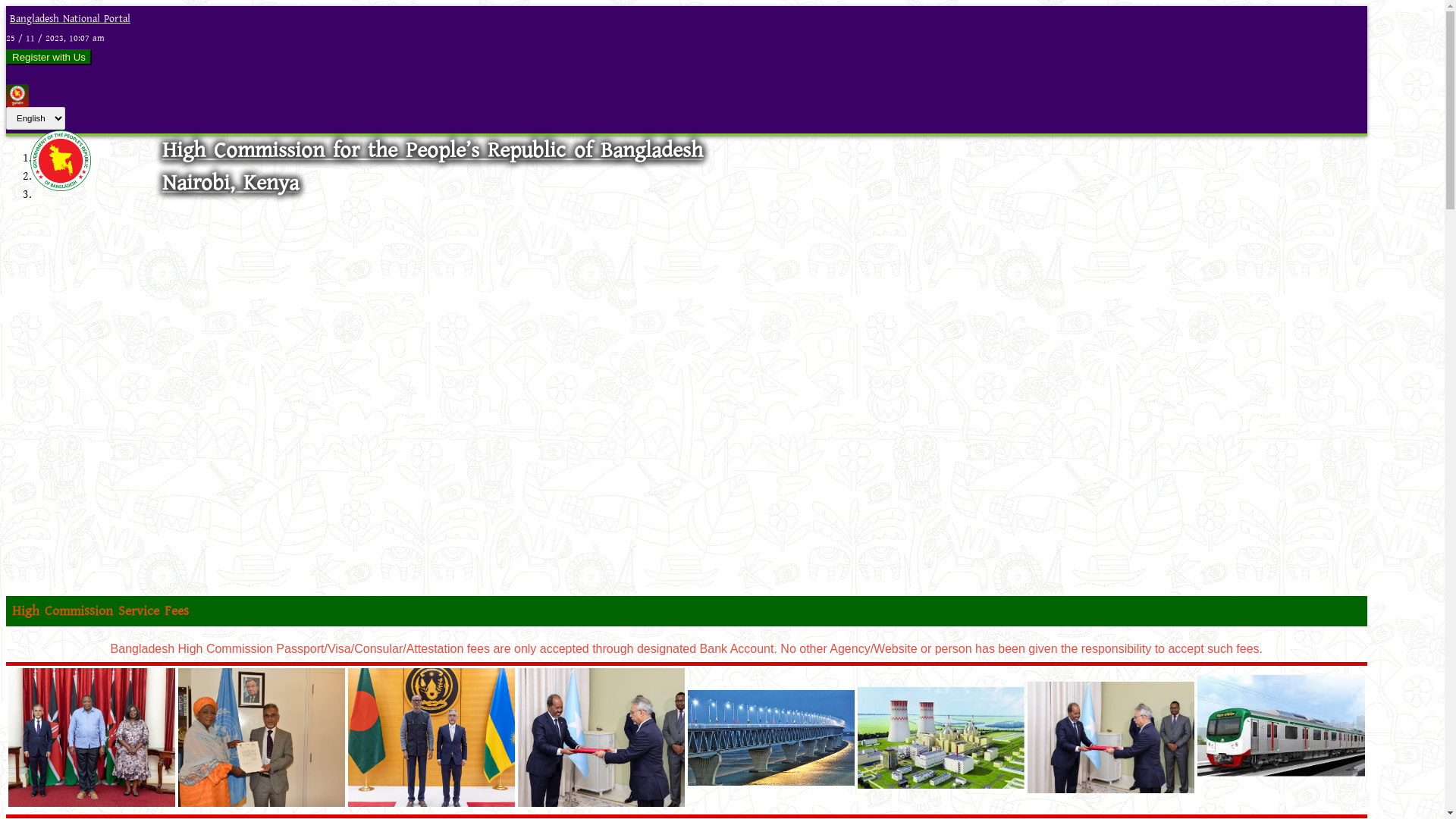 The image size is (1456, 819). What do you see at coordinates (67, 18) in the screenshot?
I see `'Bangladesh National Portal'` at bounding box center [67, 18].